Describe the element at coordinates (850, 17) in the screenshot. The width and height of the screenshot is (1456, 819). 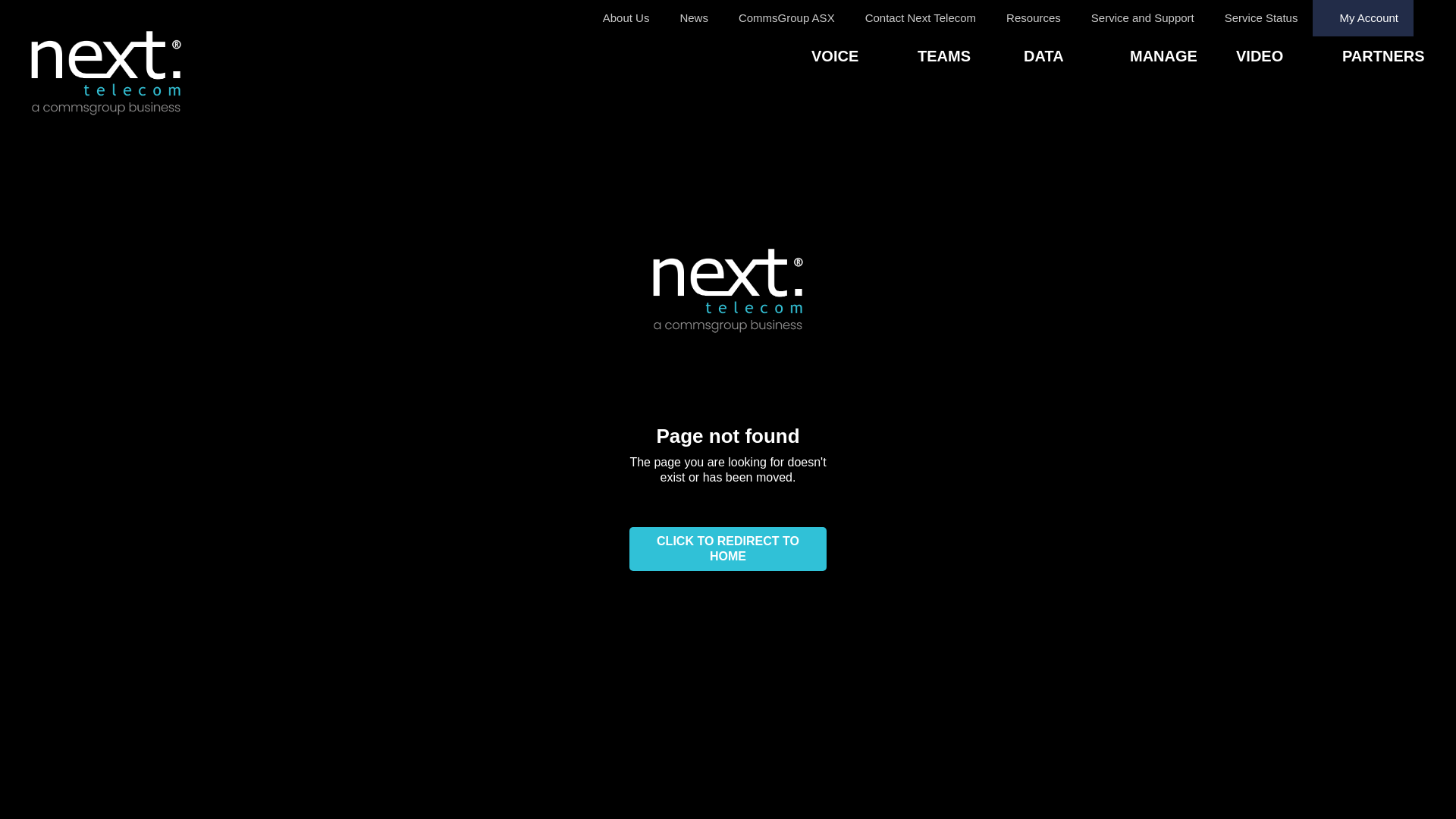
I see `'Contact Next Telecom'` at that location.